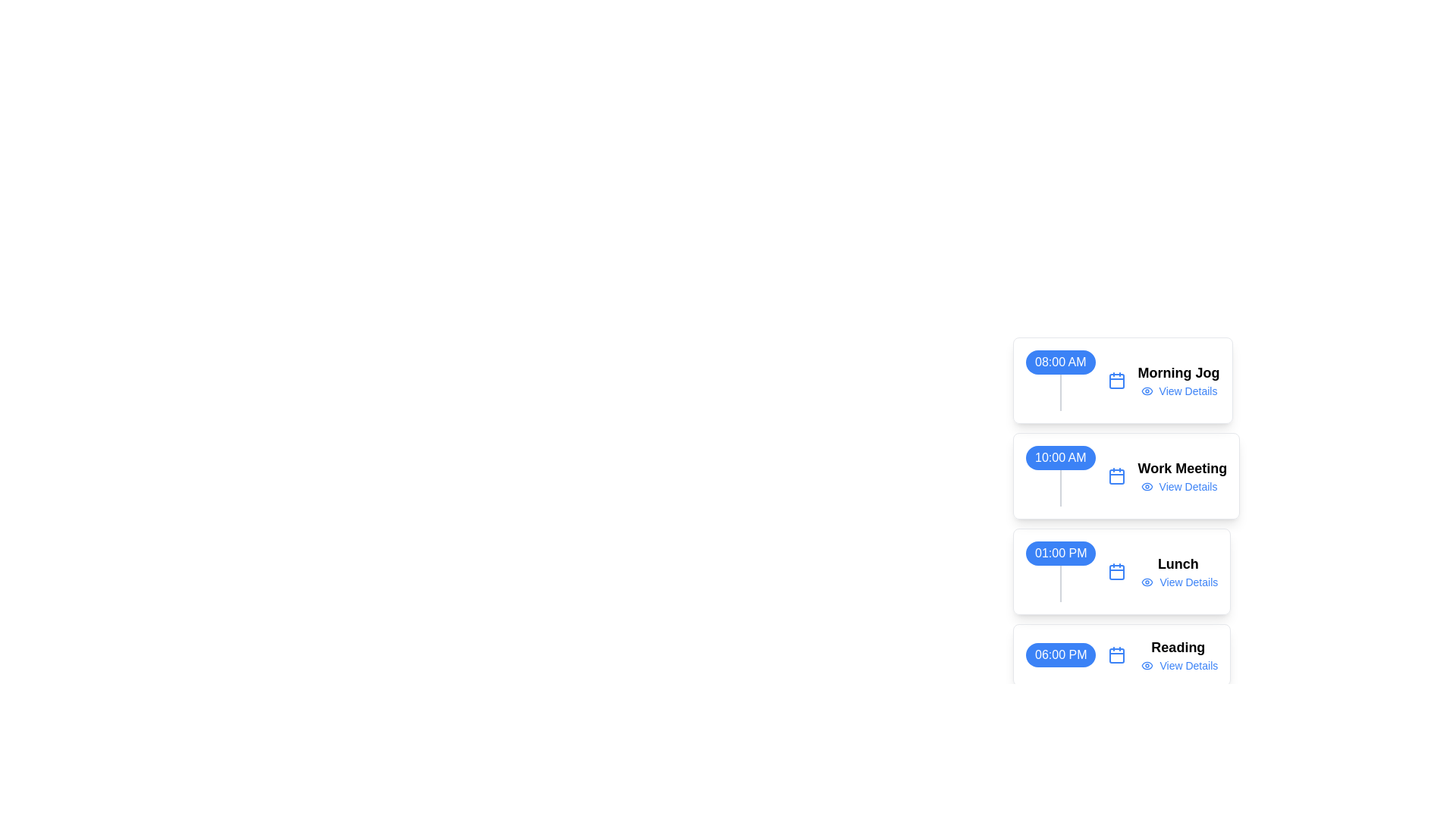 This screenshot has height=819, width=1456. What do you see at coordinates (1178, 373) in the screenshot?
I see `the 'Morning Jog' title text element, which is styled in bold, large sans-serif font and is positioned next to a blue time label '08:00 AM' and a calendar icon` at bounding box center [1178, 373].